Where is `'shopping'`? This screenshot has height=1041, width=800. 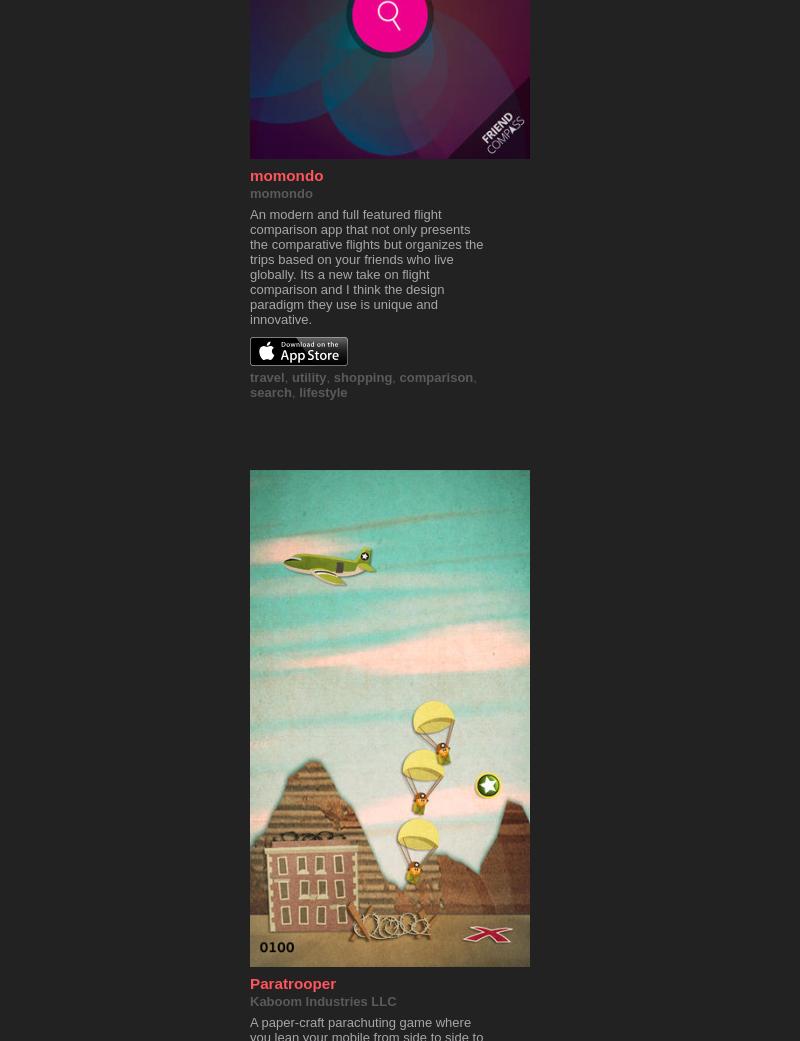 'shopping' is located at coordinates (362, 377).